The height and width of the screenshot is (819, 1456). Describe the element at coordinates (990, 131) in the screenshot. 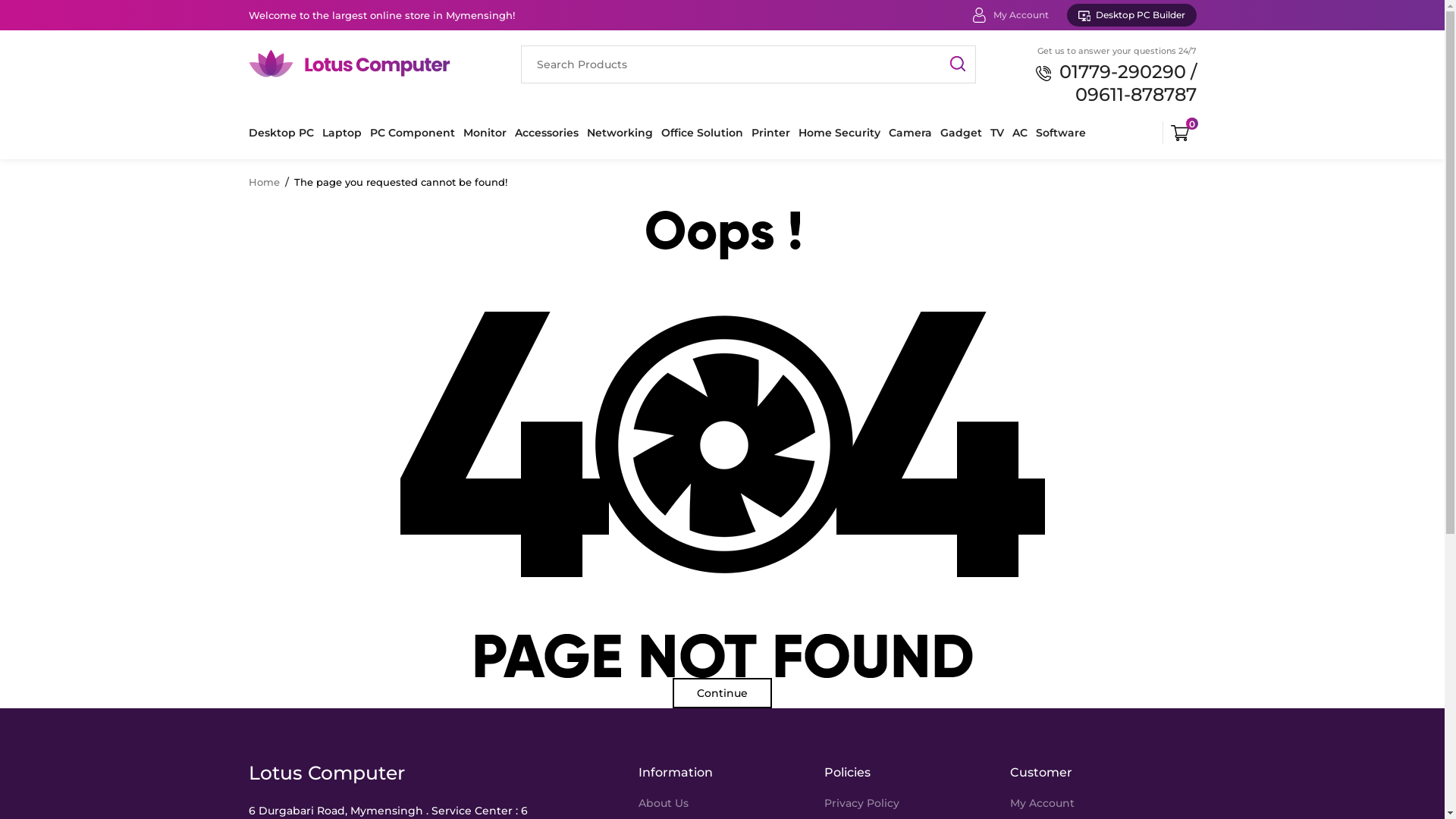

I see `'TV'` at that location.